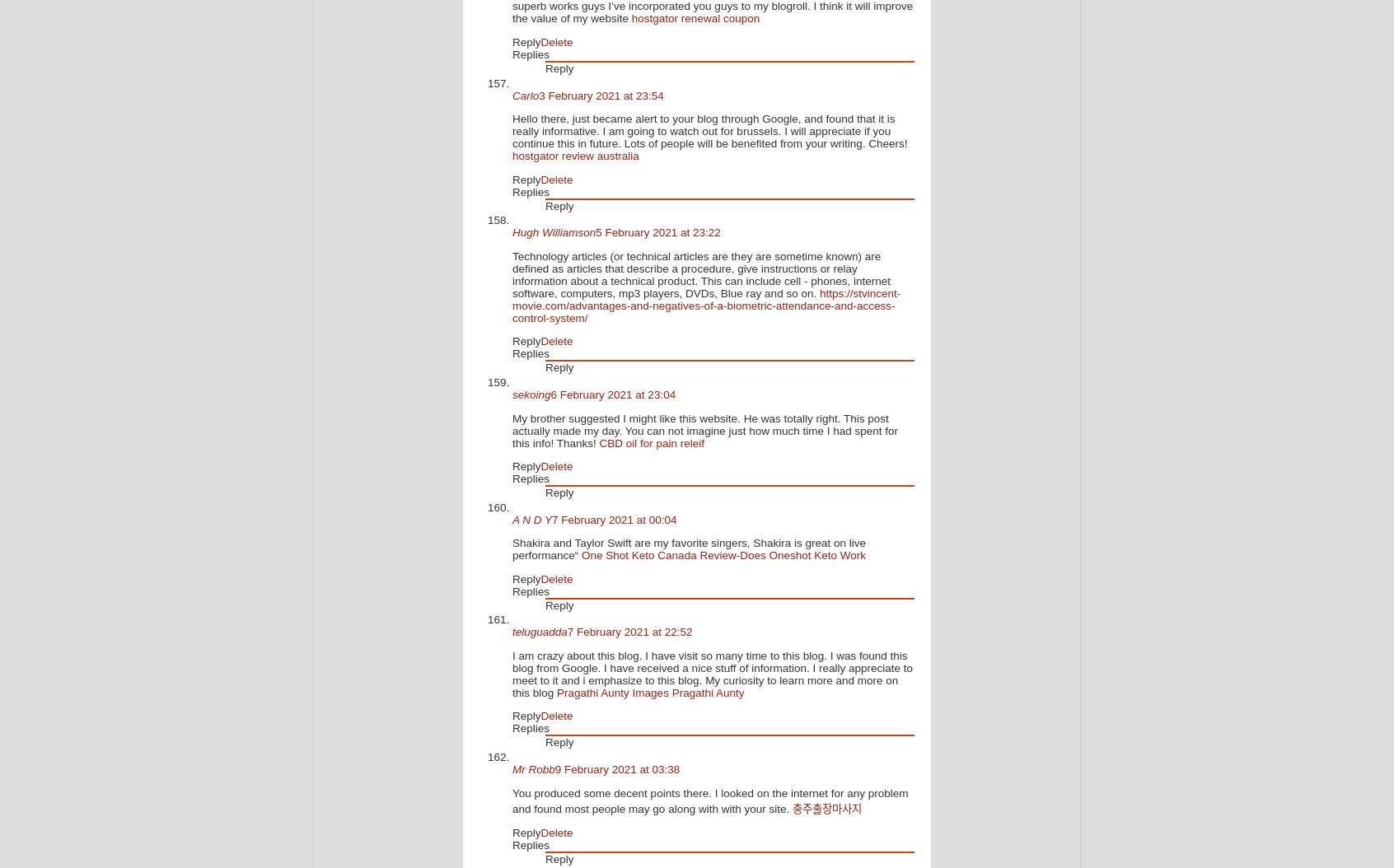 This screenshot has height=868, width=1394. Describe the element at coordinates (628, 632) in the screenshot. I see `'7 February 2021 at 22:52'` at that location.